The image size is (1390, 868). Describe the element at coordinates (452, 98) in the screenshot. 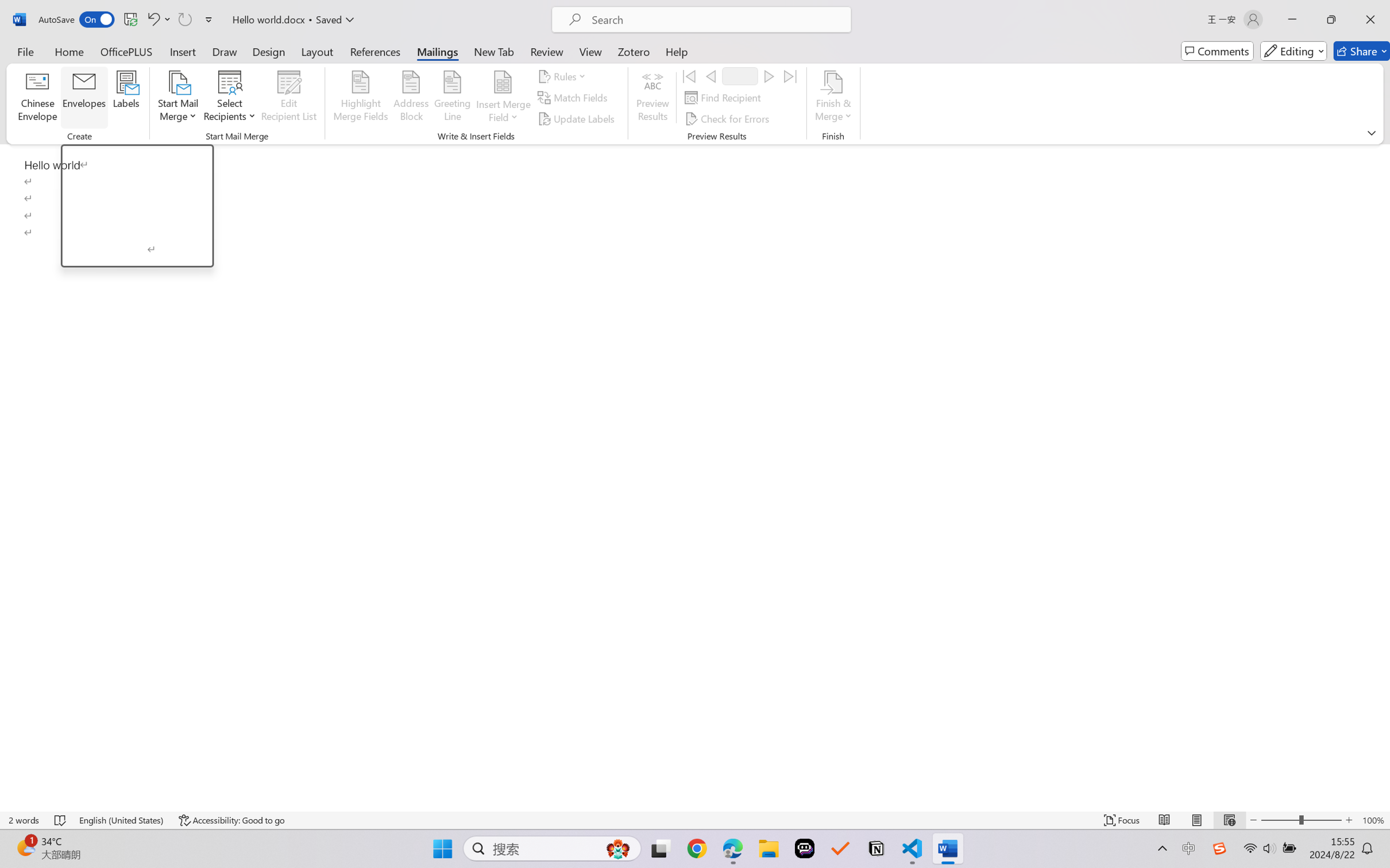

I see `'Greeting Line...'` at that location.